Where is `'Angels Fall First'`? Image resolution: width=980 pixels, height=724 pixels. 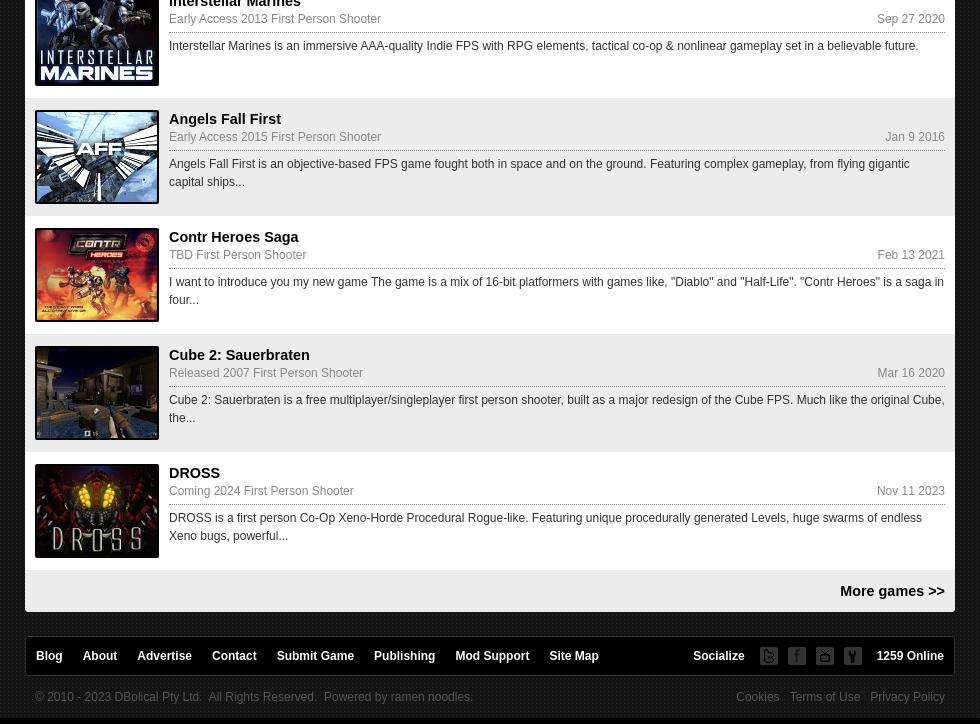
'Angels Fall First' is located at coordinates (224, 118).